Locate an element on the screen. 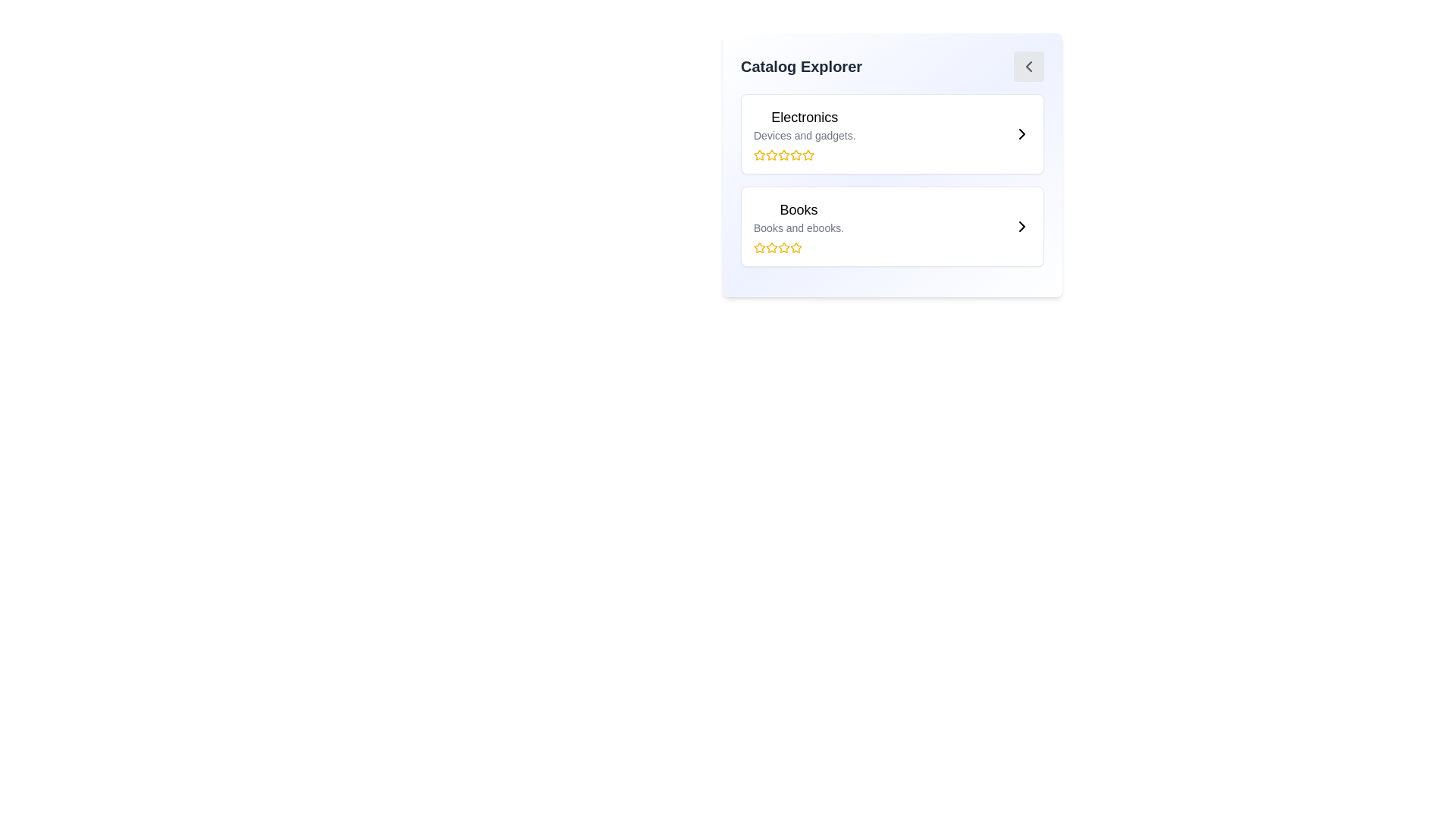  the first star icon in the row of 5 star icons located below the 'Books' section within the 'Catalog Explorer' interface is located at coordinates (760, 246).